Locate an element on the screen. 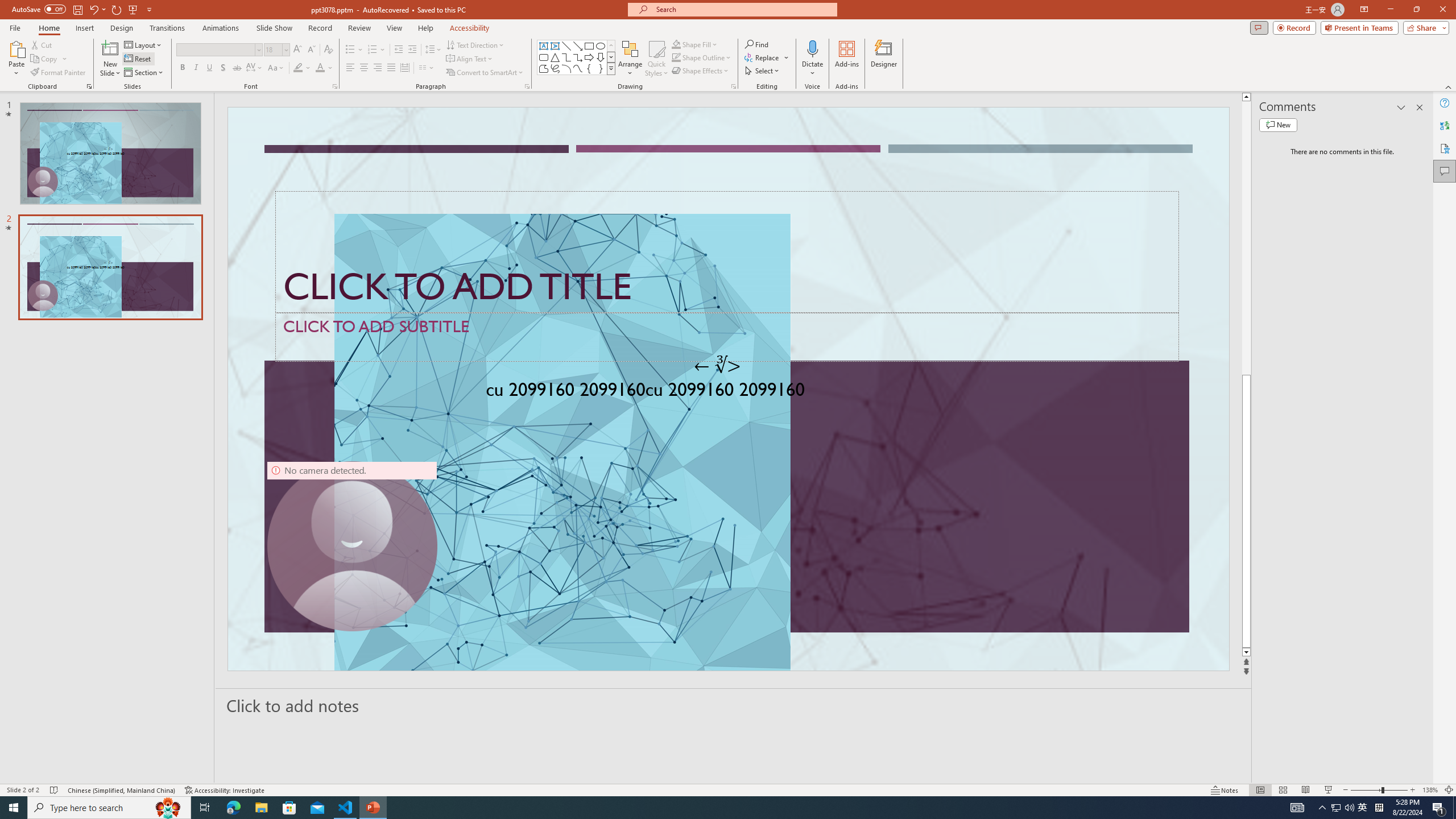  'Zoom 138%' is located at coordinates (1430, 790).